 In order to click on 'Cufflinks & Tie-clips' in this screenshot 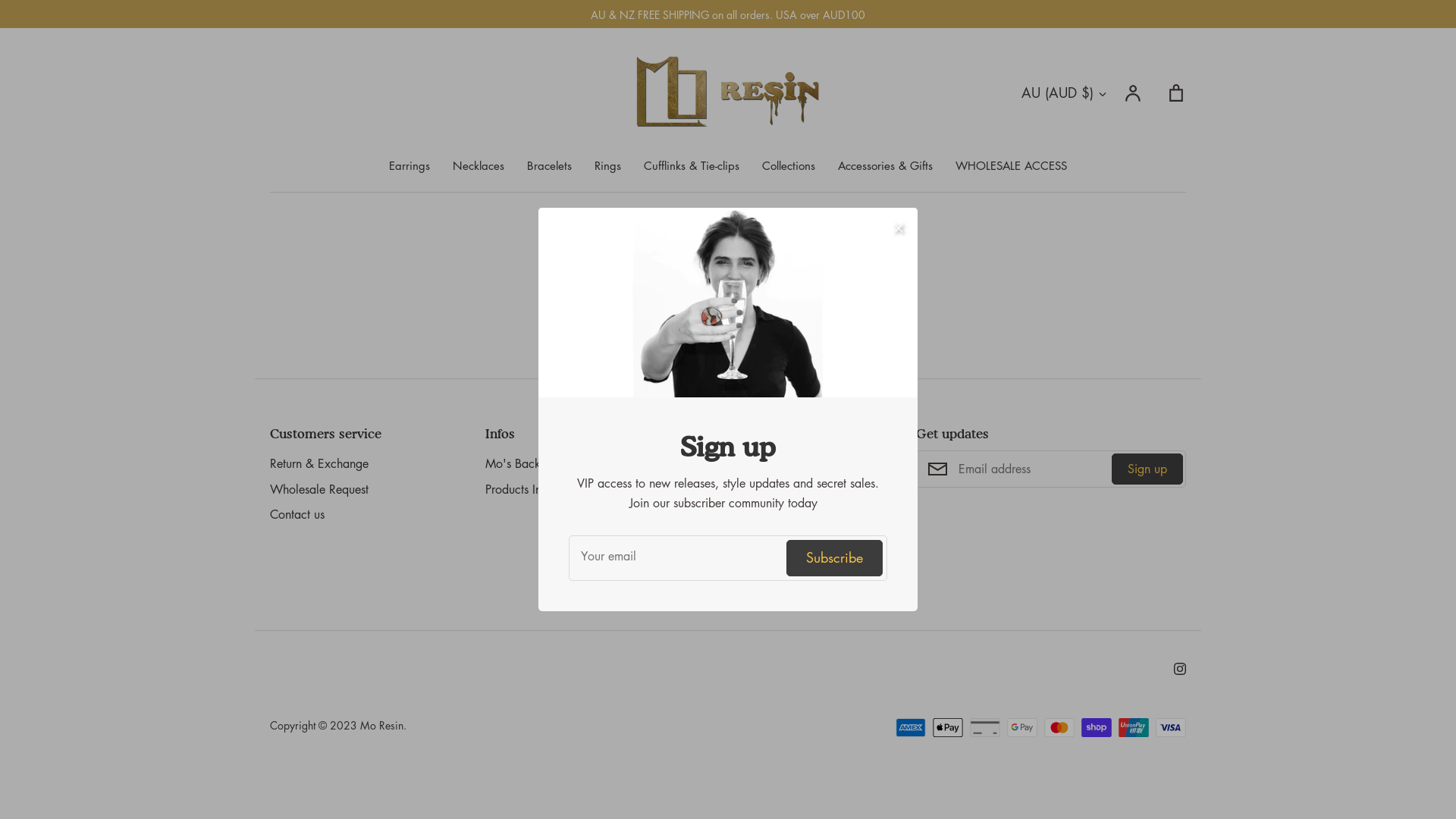, I will do `click(691, 165)`.